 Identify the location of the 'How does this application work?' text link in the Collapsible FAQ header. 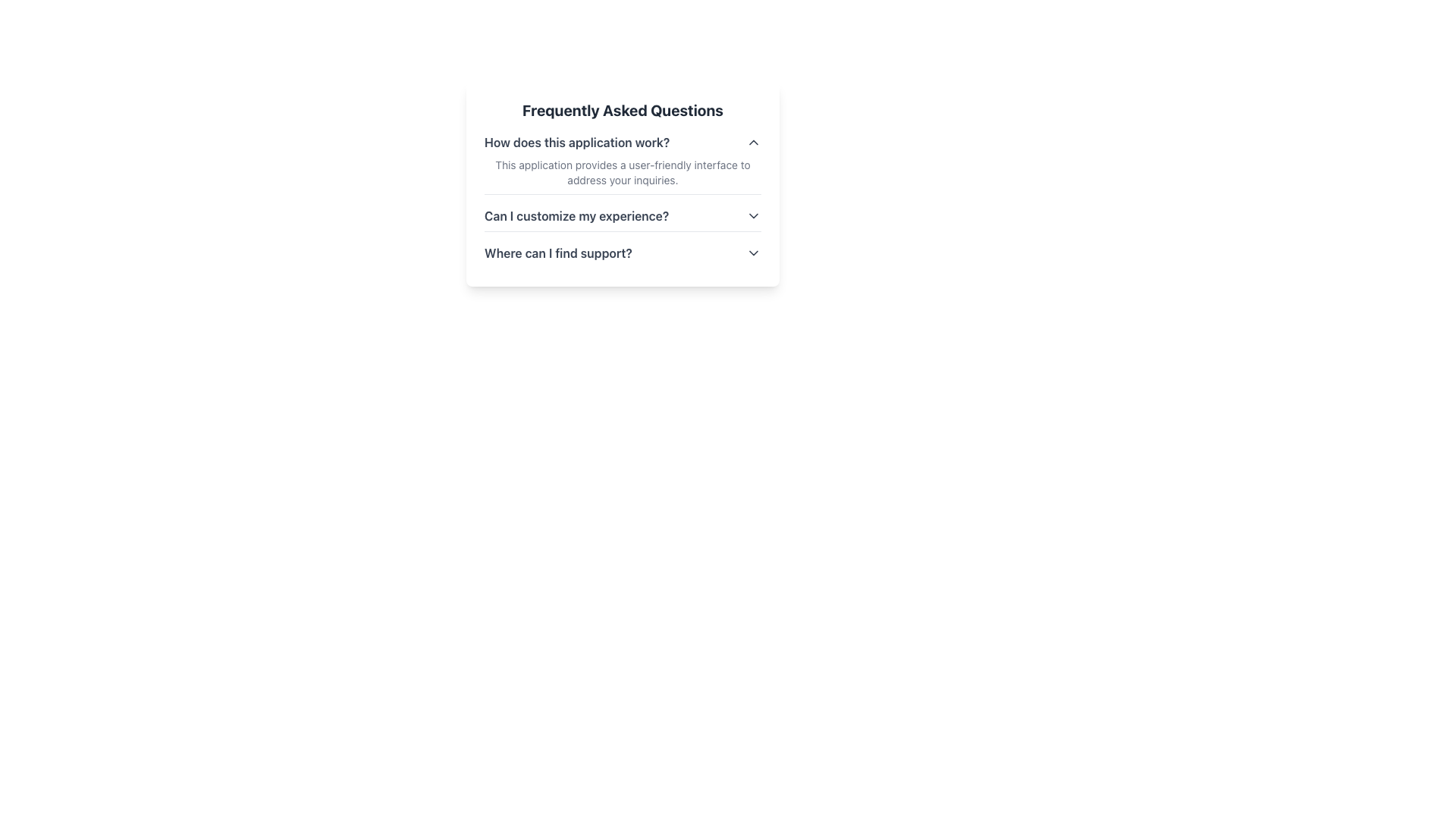
(623, 143).